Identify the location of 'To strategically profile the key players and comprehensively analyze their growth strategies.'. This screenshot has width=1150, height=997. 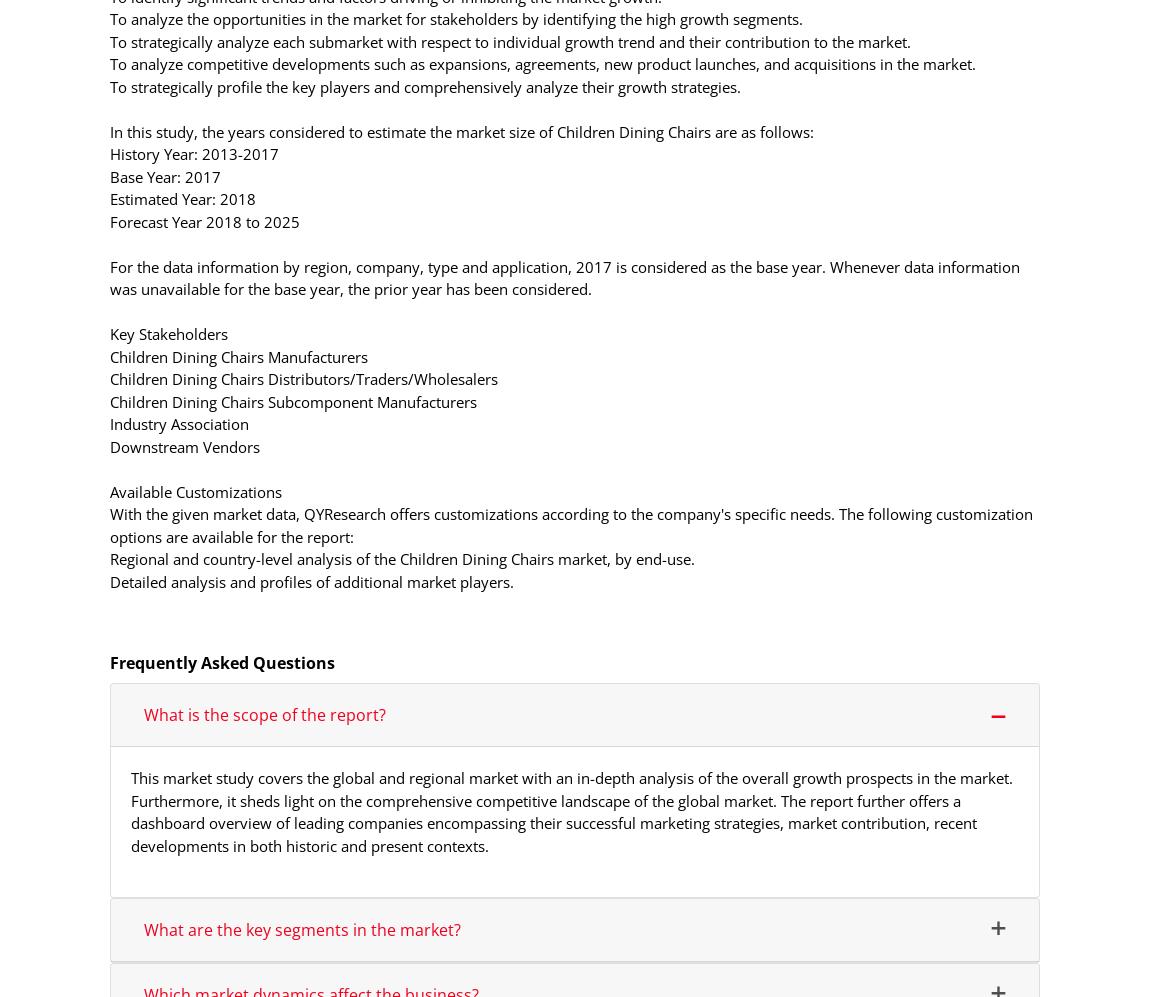
(425, 85).